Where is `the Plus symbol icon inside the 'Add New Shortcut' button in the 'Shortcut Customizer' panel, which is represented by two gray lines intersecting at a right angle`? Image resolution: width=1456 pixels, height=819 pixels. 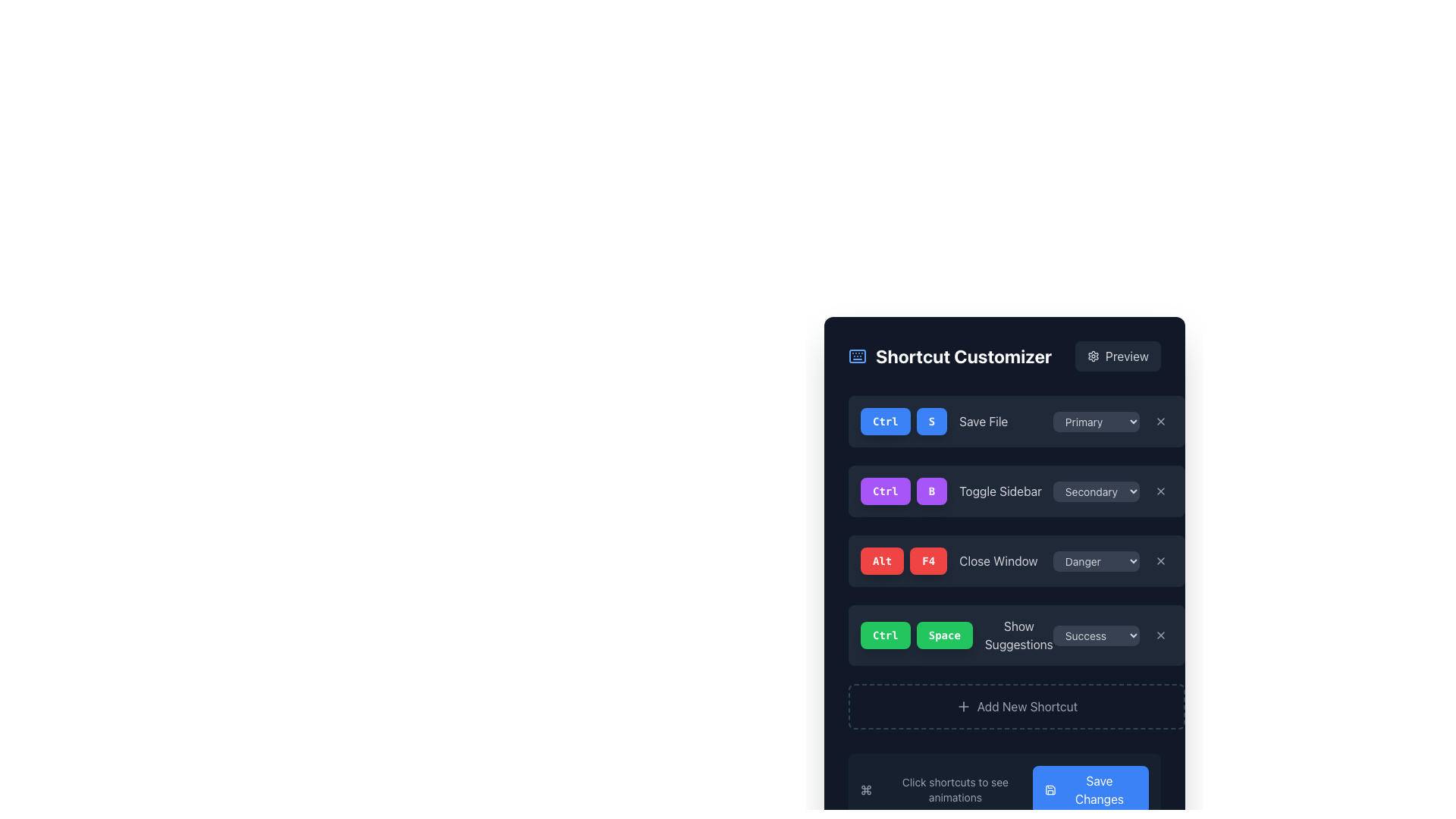 the Plus symbol icon inside the 'Add New Shortcut' button in the 'Shortcut Customizer' panel, which is represented by two gray lines intersecting at a right angle is located at coordinates (962, 707).